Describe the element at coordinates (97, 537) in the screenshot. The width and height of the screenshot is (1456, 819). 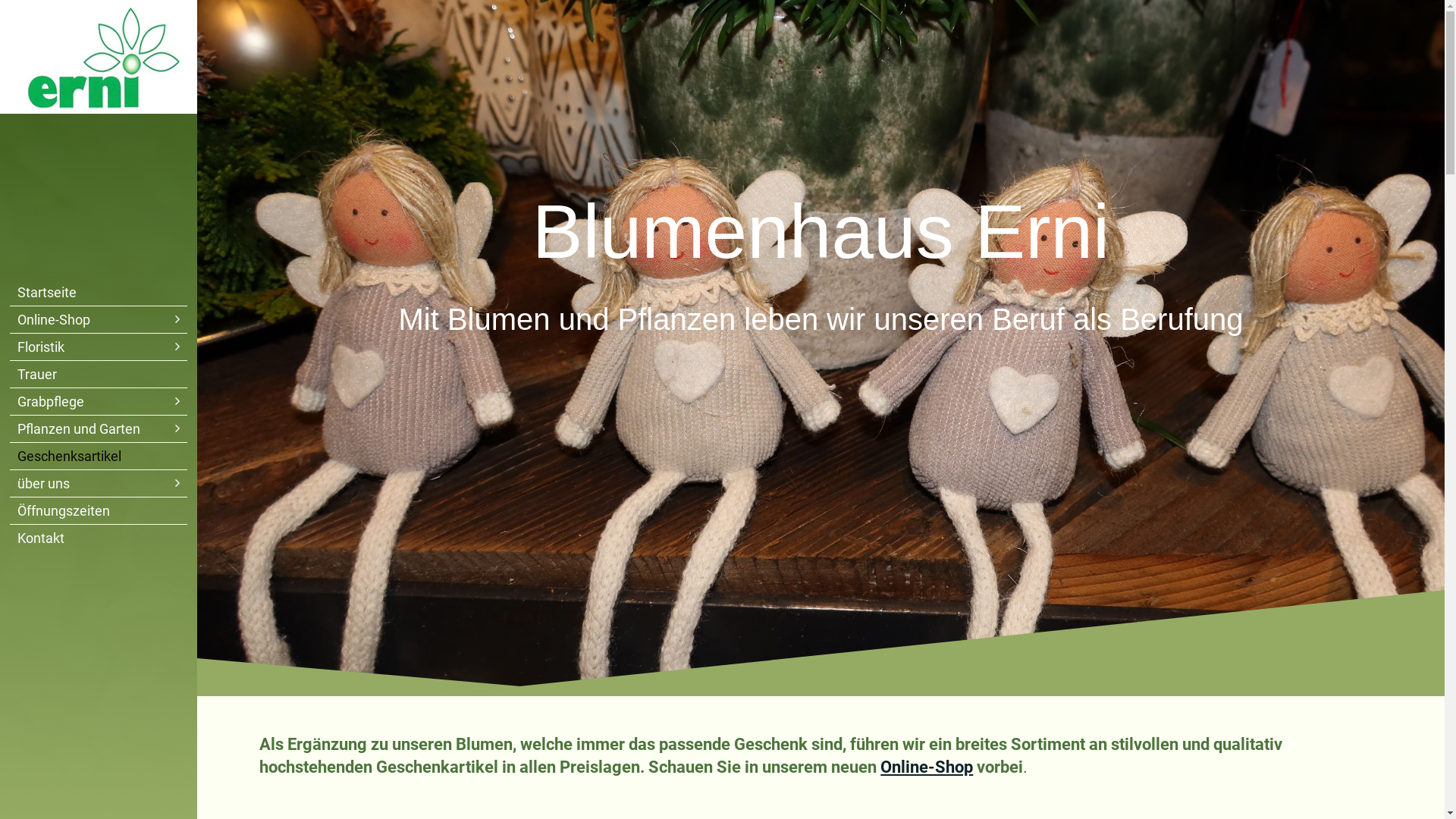
I see `'Kontakt'` at that location.